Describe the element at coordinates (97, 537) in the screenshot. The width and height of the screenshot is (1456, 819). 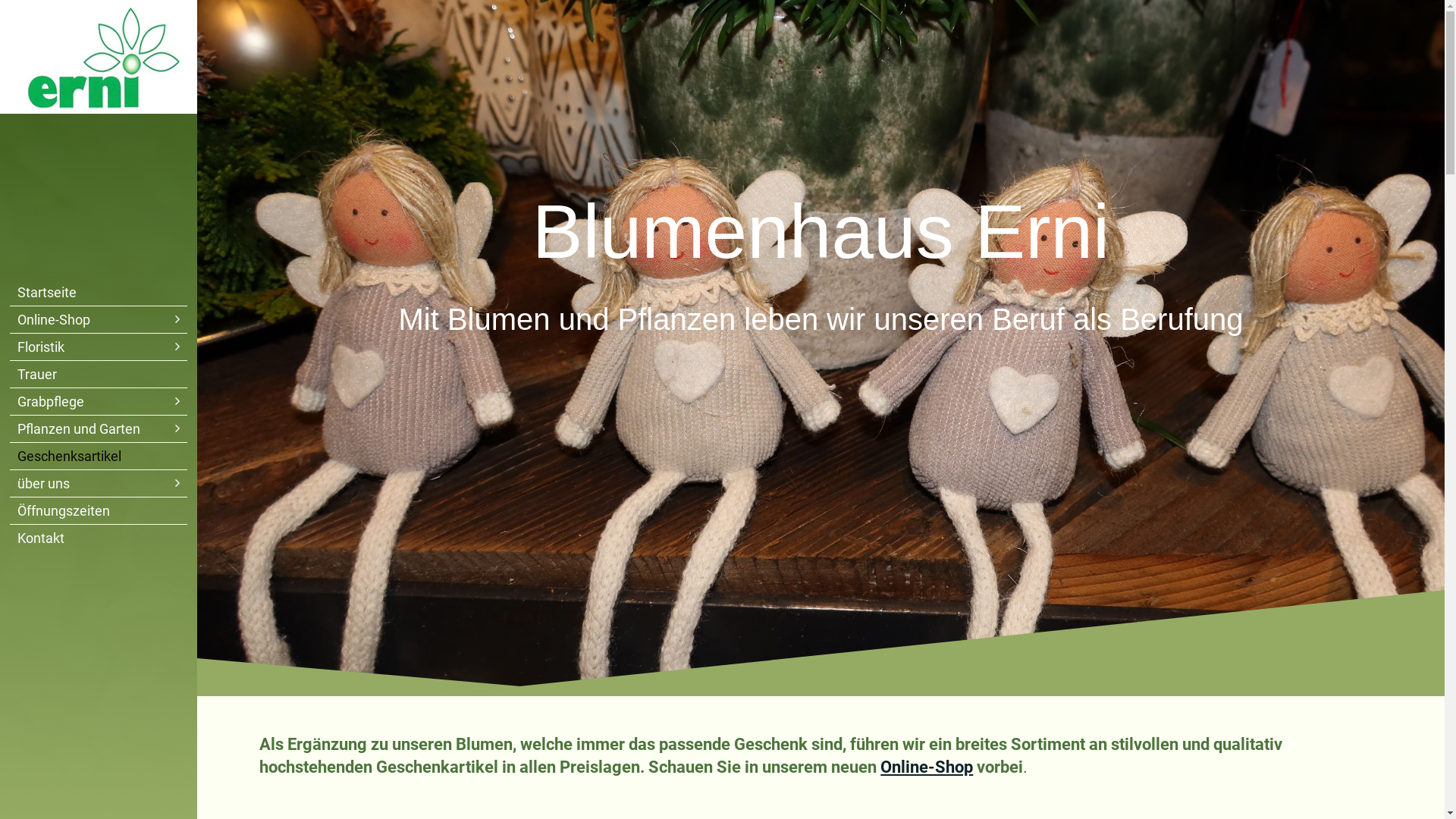
I see `'Kontakt'` at that location.